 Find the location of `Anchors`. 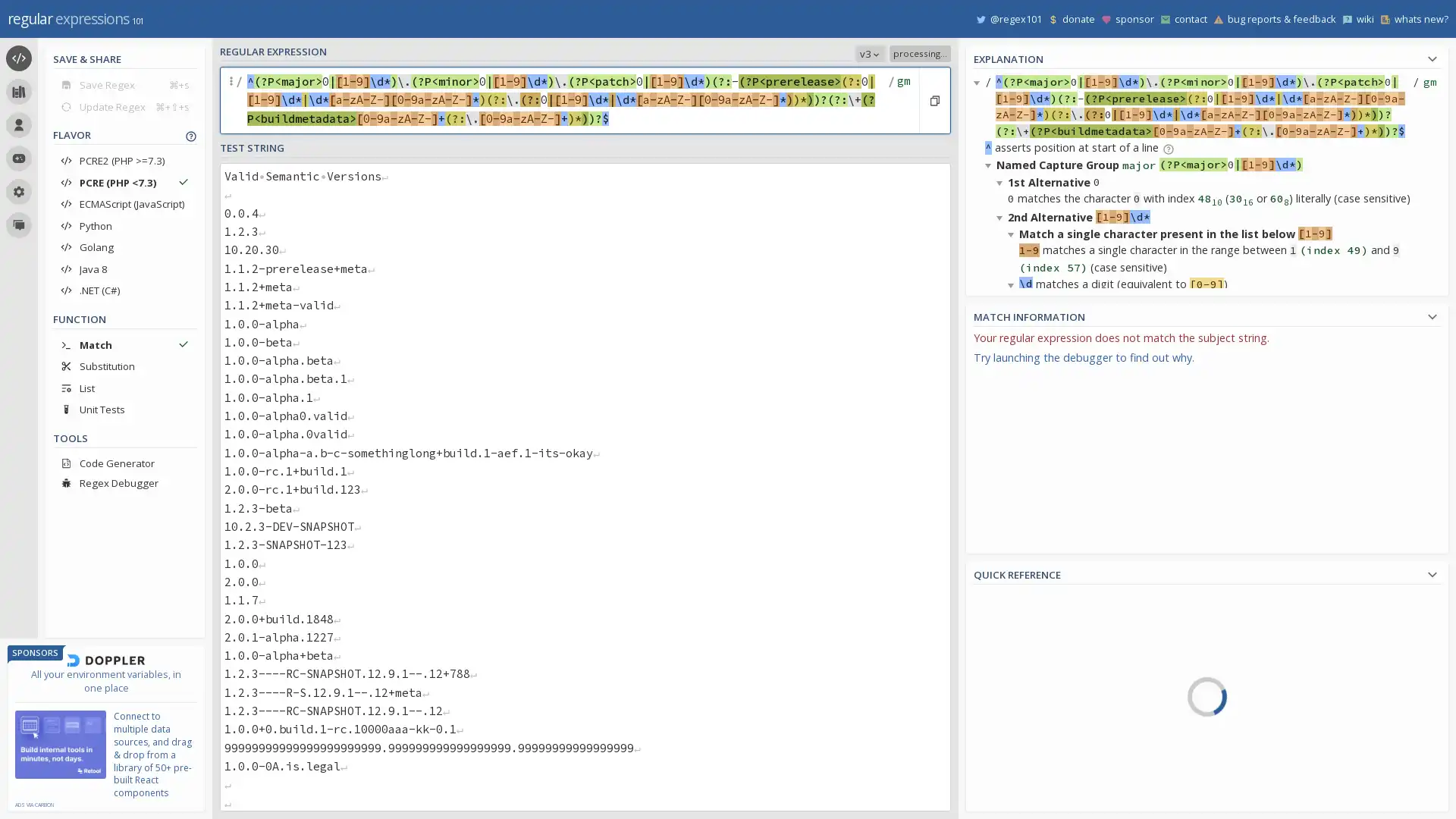

Anchors is located at coordinates (1044, 694).